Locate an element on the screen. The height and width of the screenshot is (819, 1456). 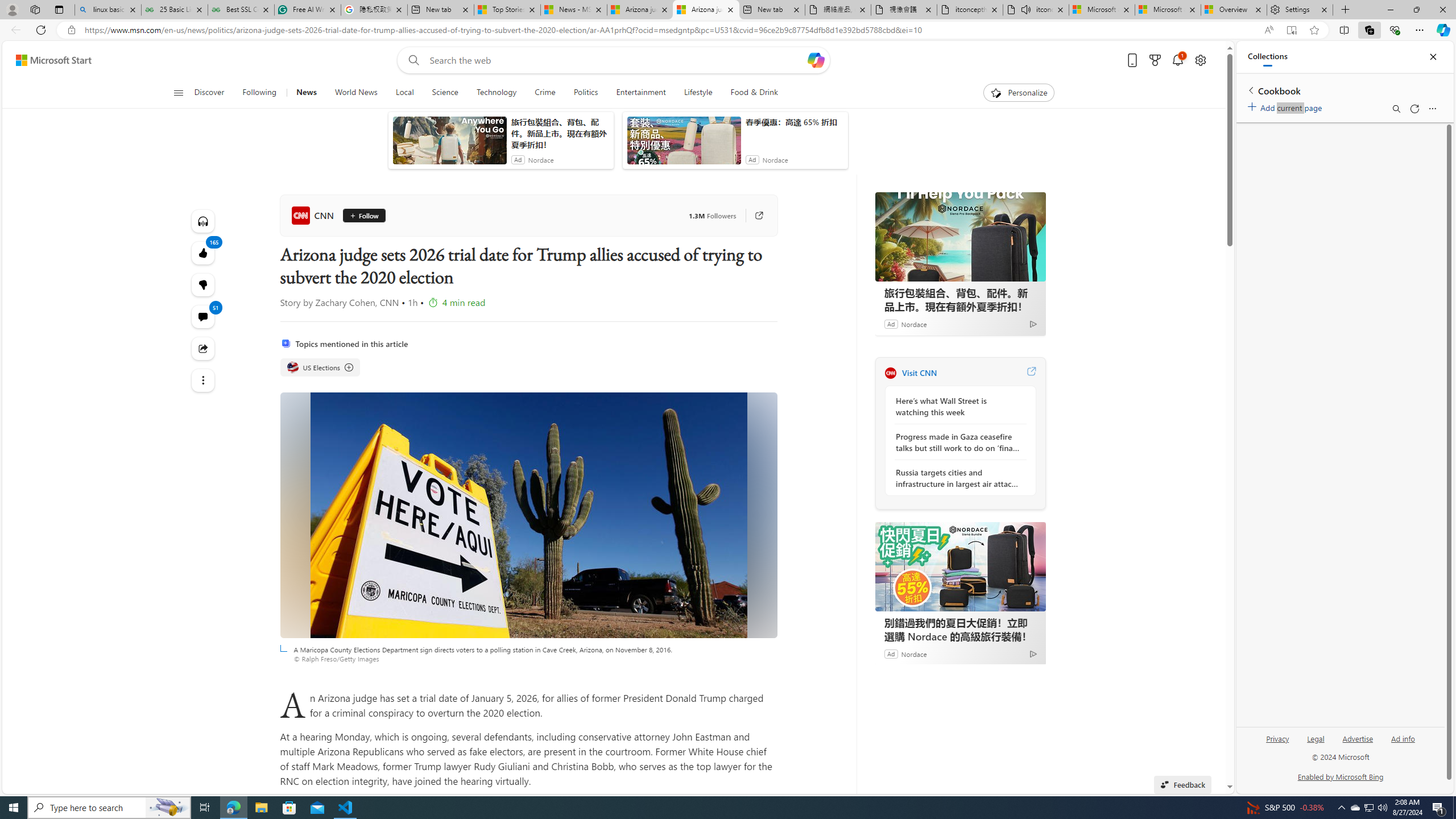
'Open navigation menu' is located at coordinates (178, 92).